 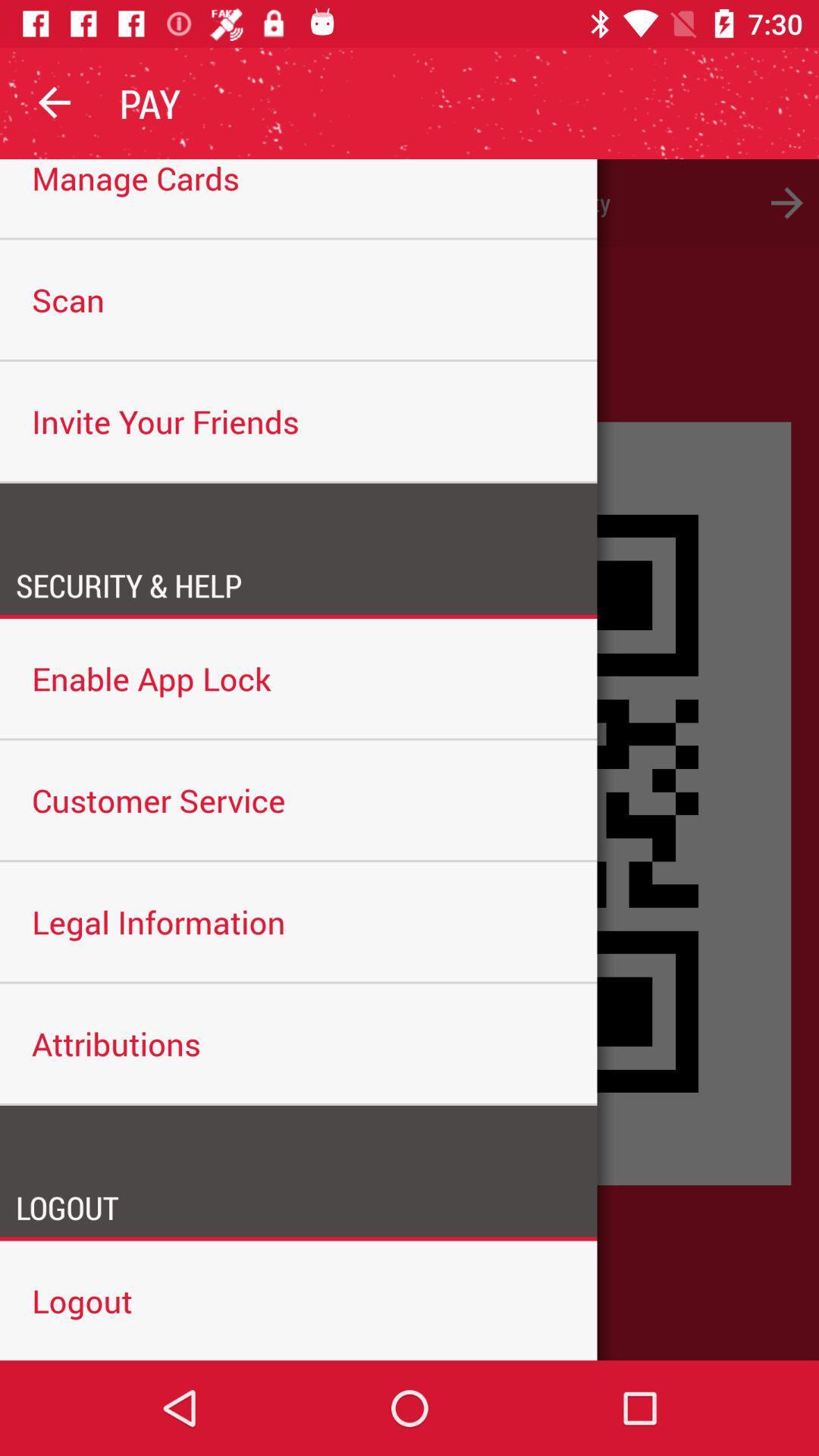 What do you see at coordinates (55, 102) in the screenshot?
I see `the item next to pay icon` at bounding box center [55, 102].